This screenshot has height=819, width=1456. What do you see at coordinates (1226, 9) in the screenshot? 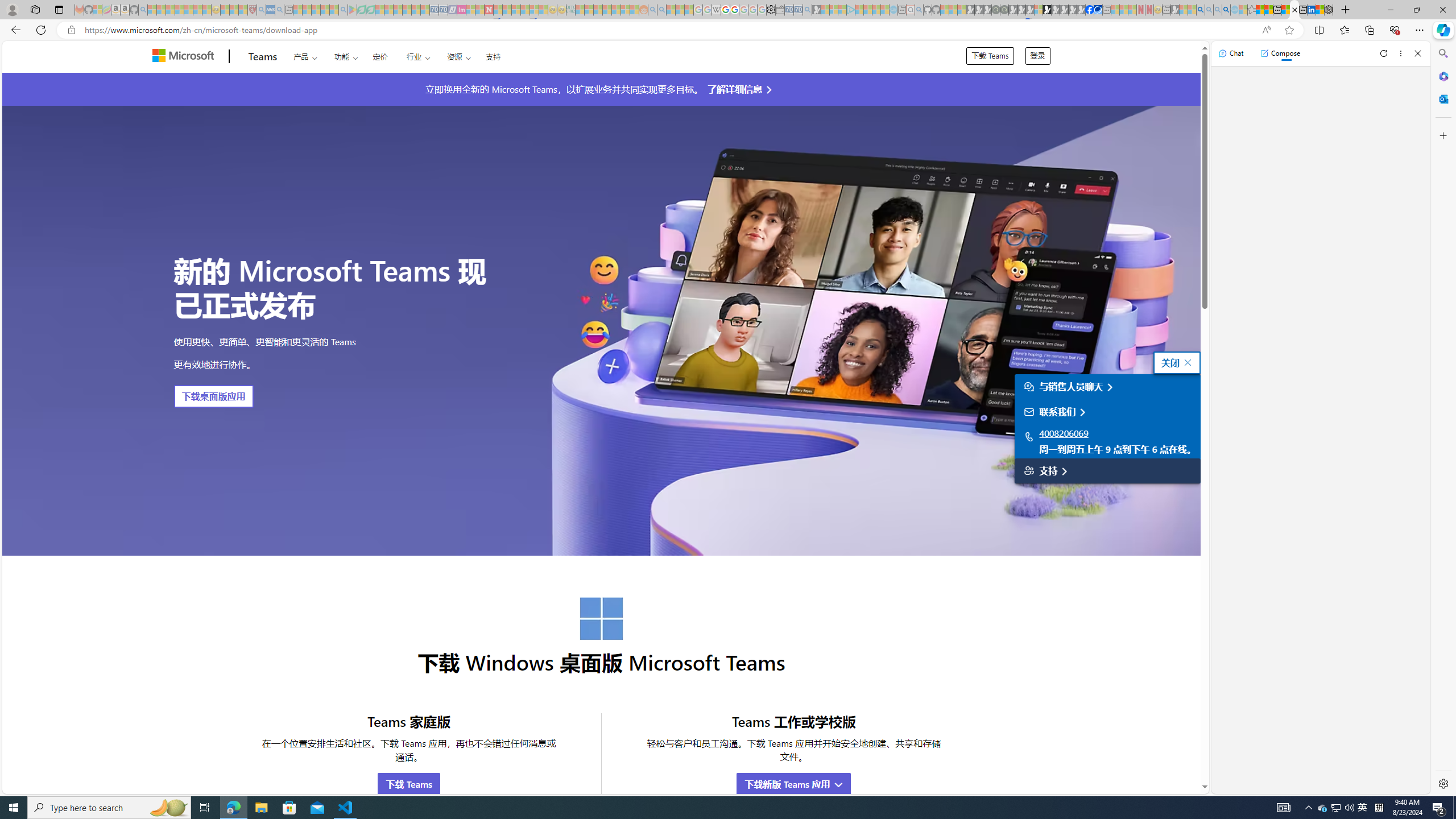
I see `'Google Chrome Internet Browser Download - Search Images'` at bounding box center [1226, 9].